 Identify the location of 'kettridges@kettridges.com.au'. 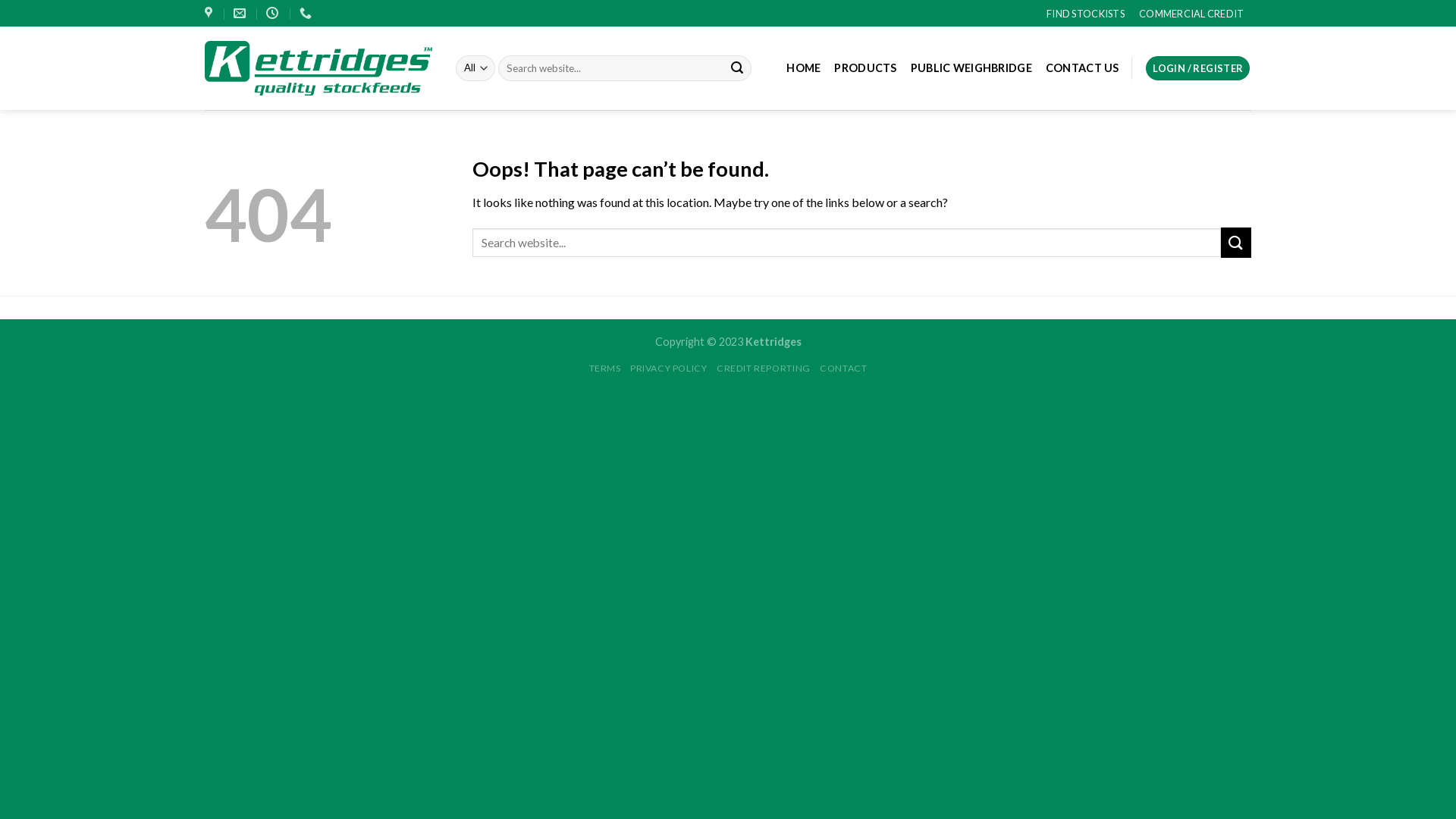
(240, 13).